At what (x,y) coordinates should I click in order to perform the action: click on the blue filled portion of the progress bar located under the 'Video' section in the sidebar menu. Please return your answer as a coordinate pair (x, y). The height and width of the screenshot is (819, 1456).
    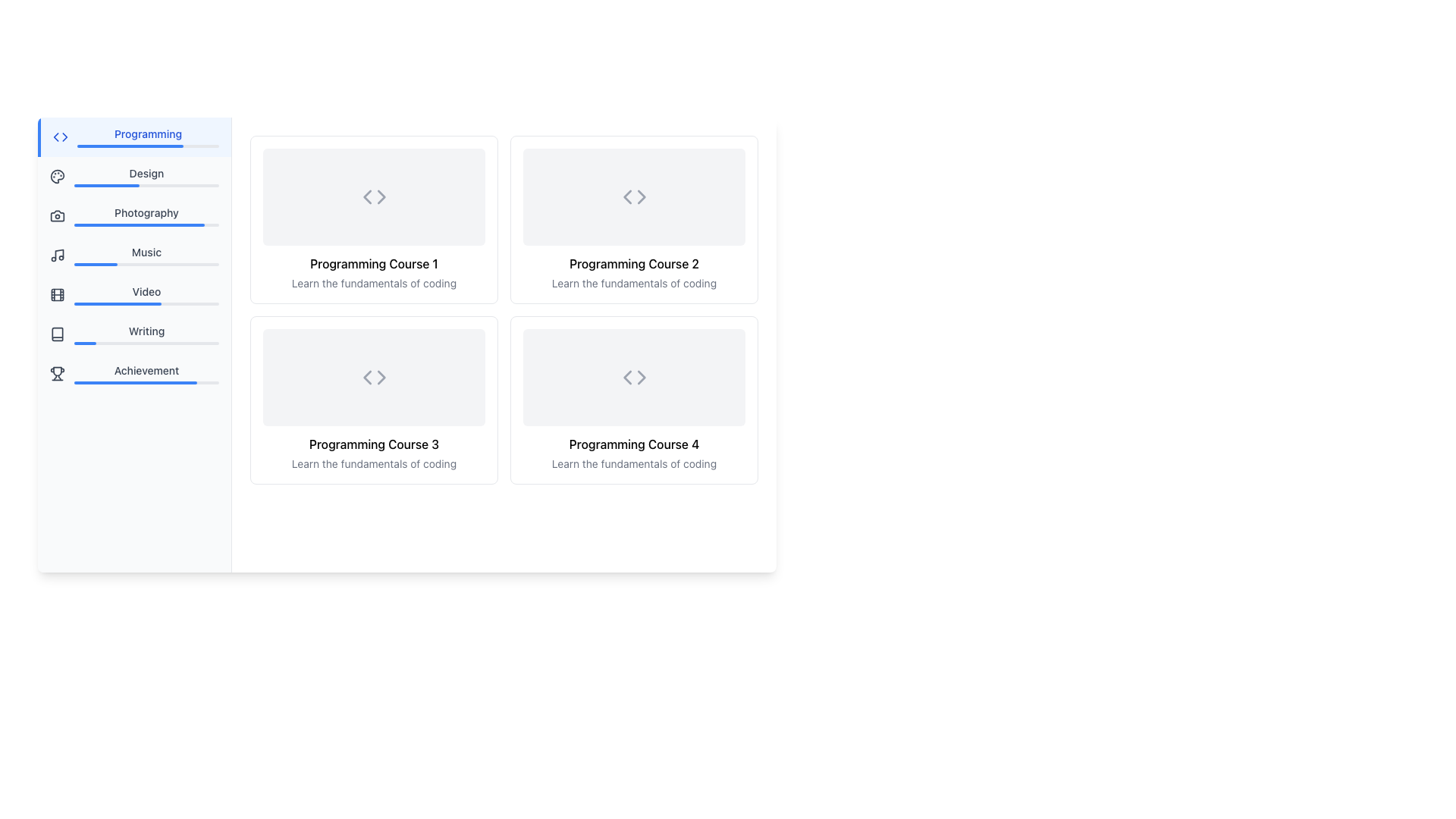
    Looking at the image, I should click on (117, 304).